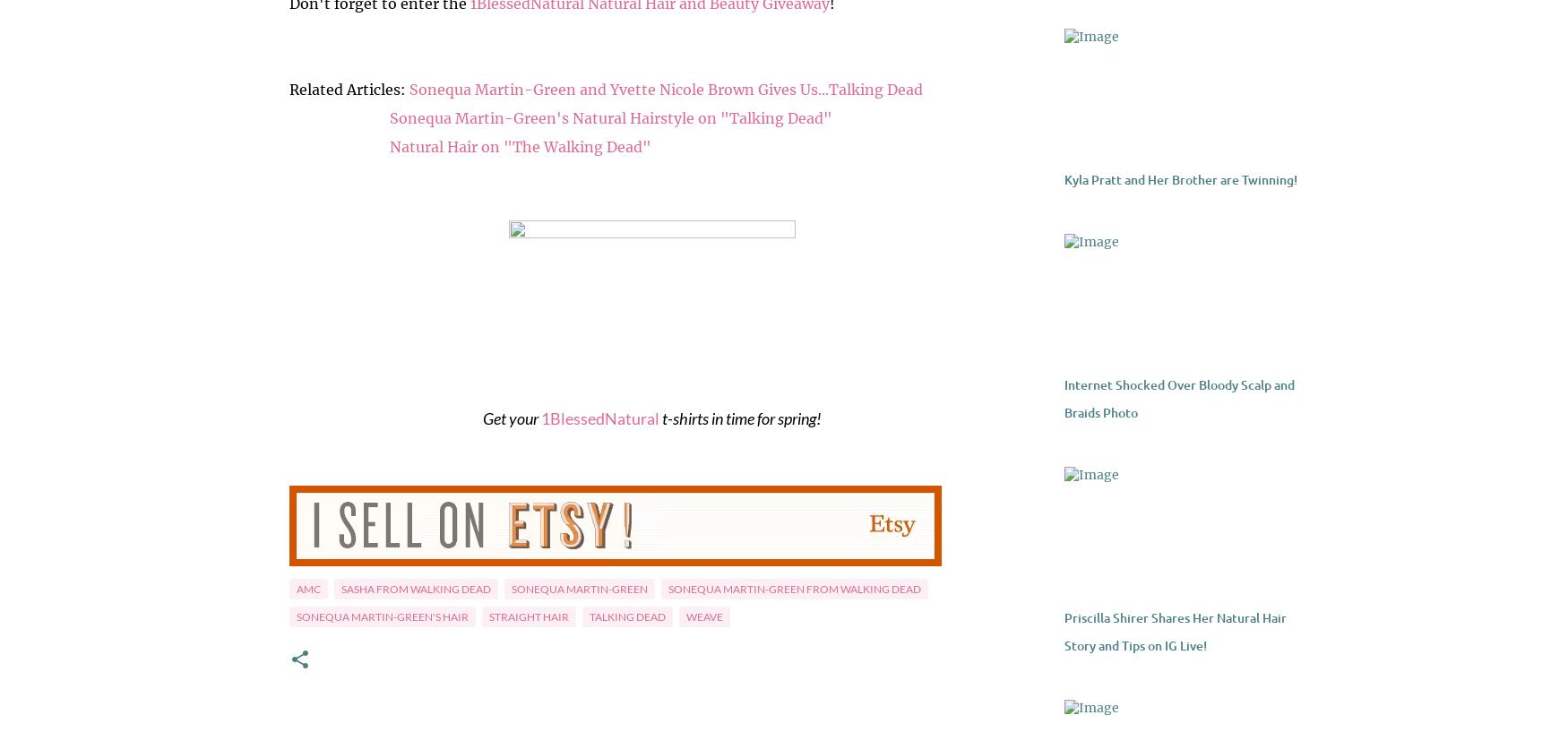  I want to click on 'amc', so click(307, 589).